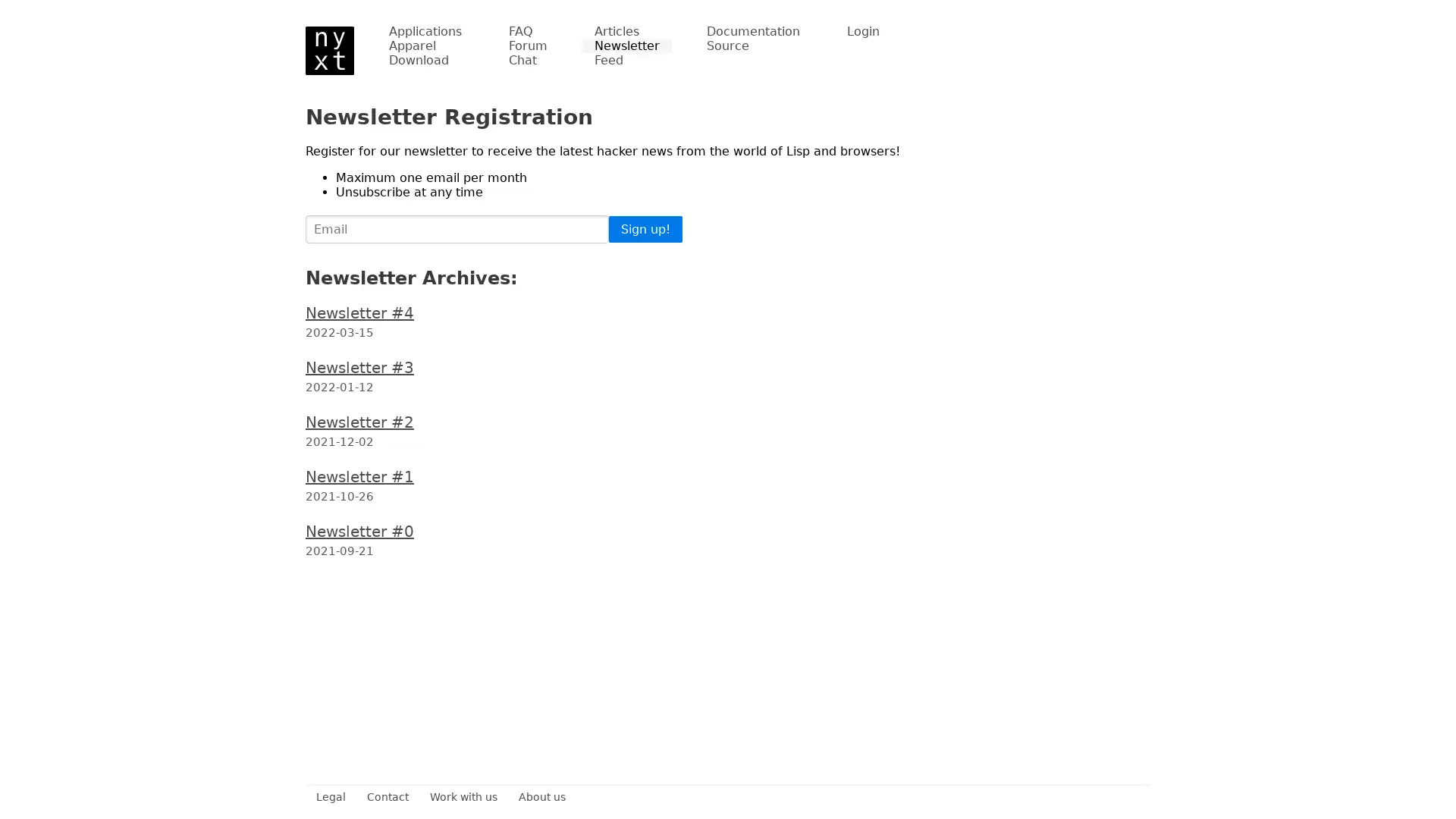 The image size is (1456, 819). I want to click on Sign up!, so click(645, 229).